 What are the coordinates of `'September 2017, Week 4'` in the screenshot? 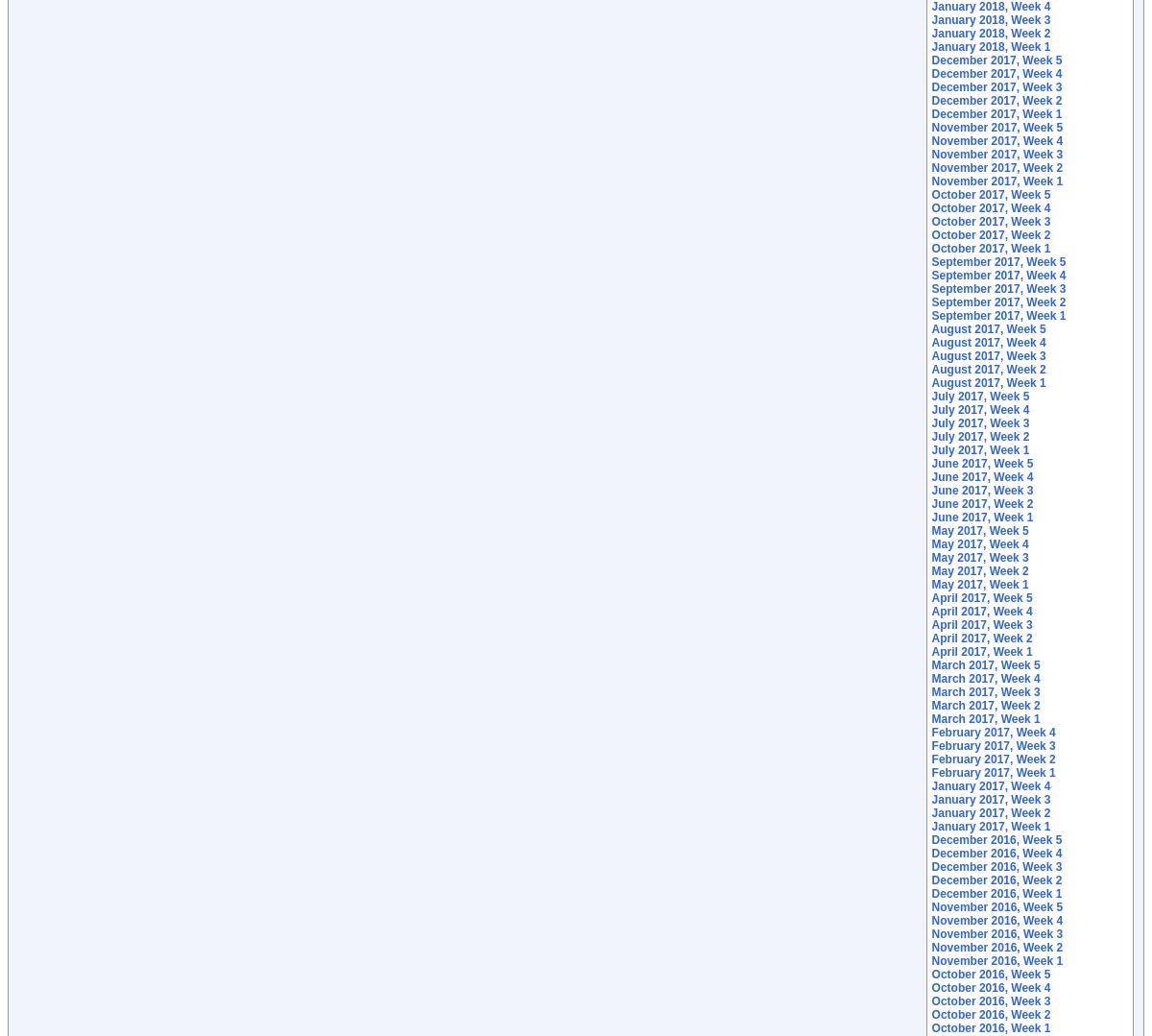 It's located at (998, 276).